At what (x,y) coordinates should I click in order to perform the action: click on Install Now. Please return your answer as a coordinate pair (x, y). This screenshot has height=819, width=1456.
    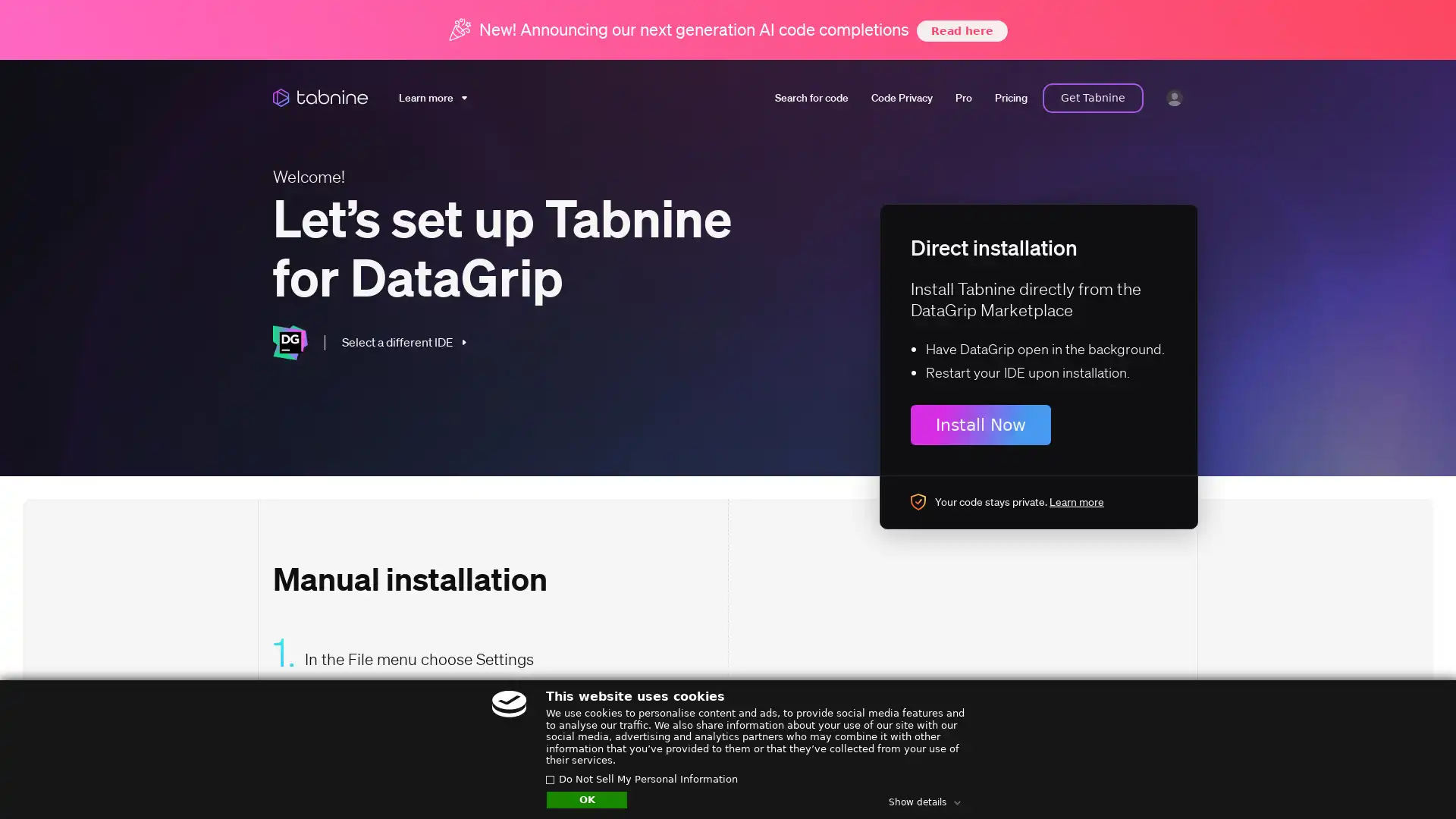
    Looking at the image, I should click on (981, 424).